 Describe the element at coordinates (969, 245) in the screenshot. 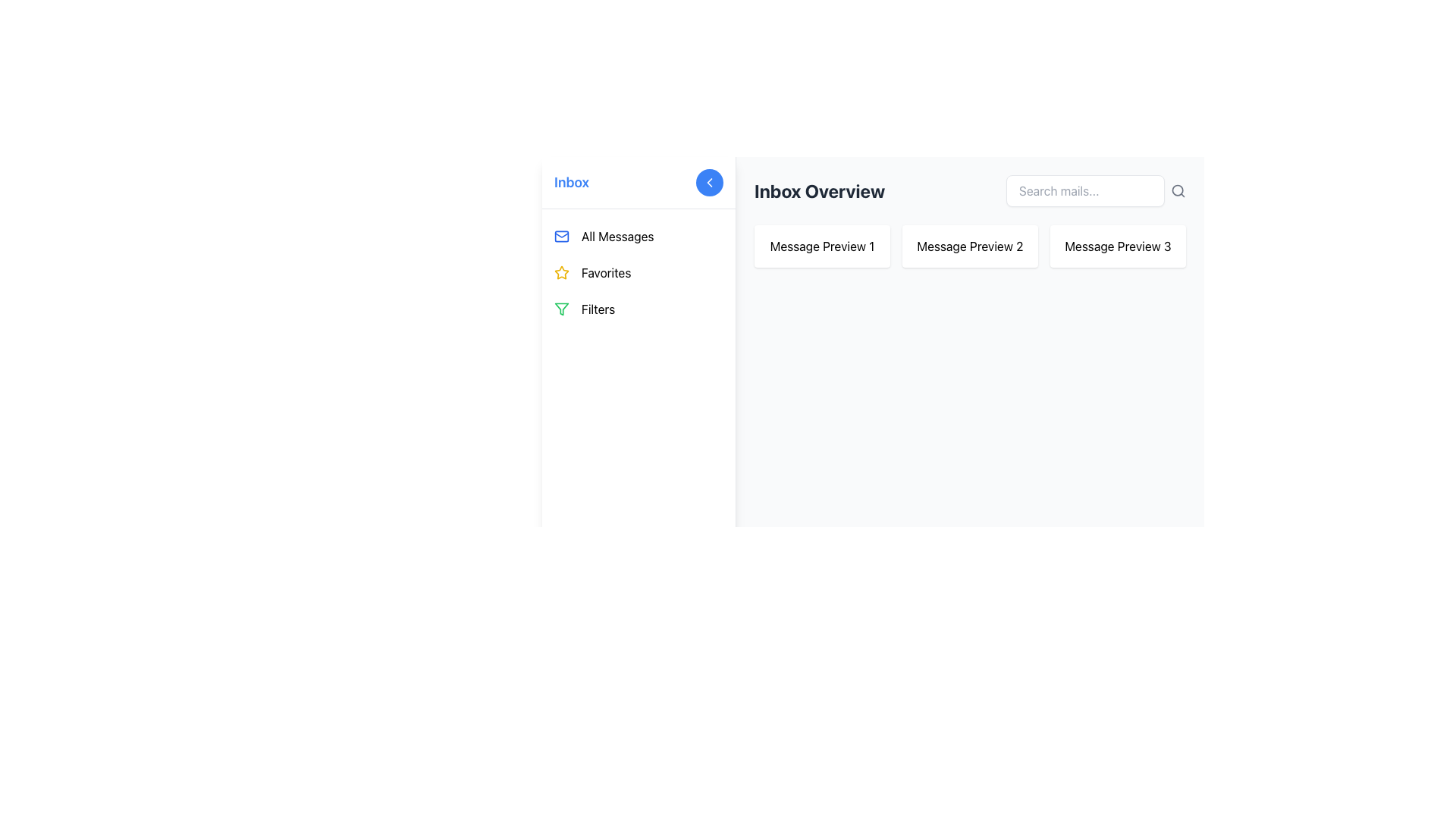

I see `the second grid box labeled 'Message Preview 2', which is located below the 'Inbox Overview' heading in the main content area, centered horizontally in the viewport` at that location.